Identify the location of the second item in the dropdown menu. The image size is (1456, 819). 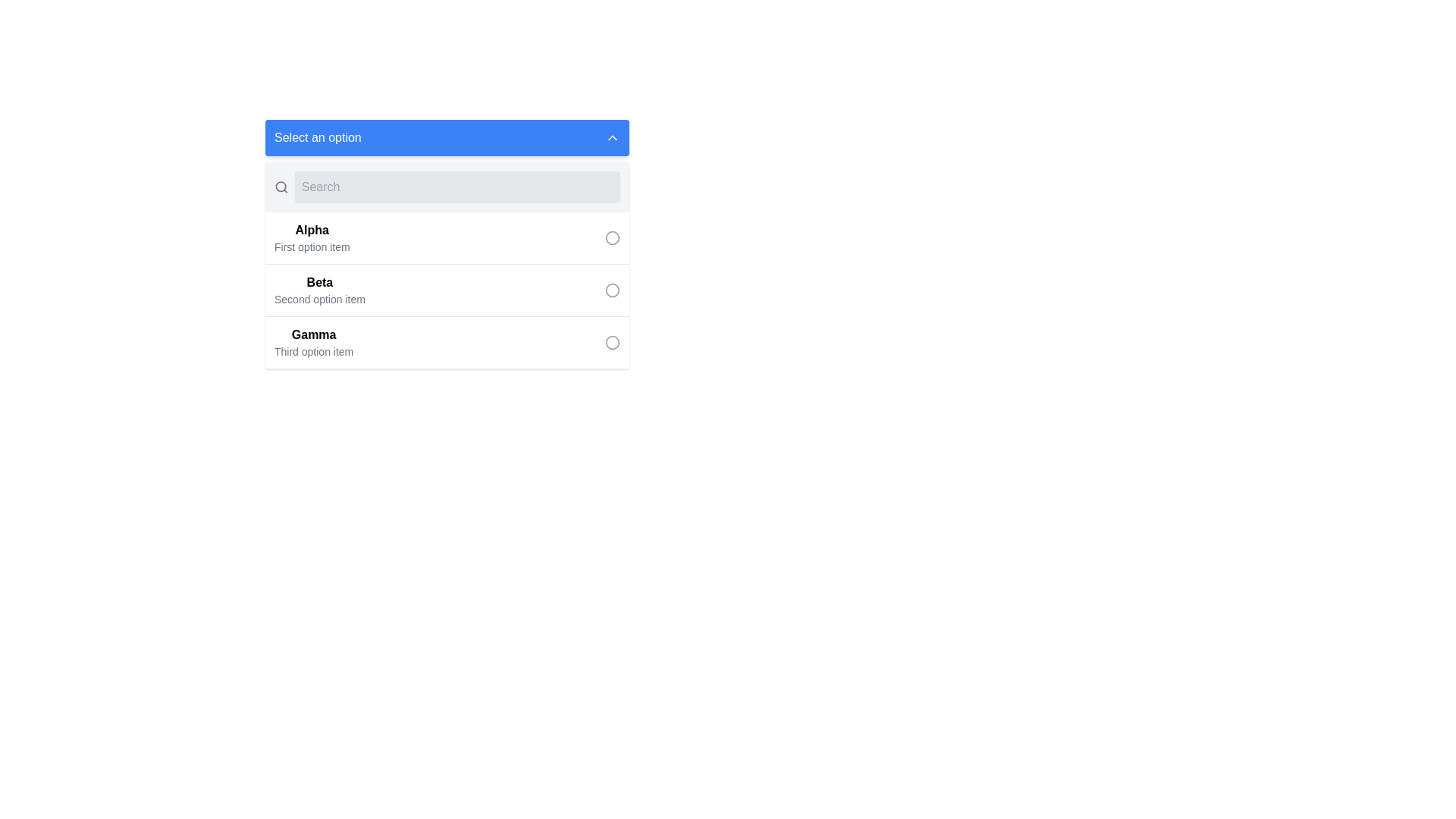
(319, 290).